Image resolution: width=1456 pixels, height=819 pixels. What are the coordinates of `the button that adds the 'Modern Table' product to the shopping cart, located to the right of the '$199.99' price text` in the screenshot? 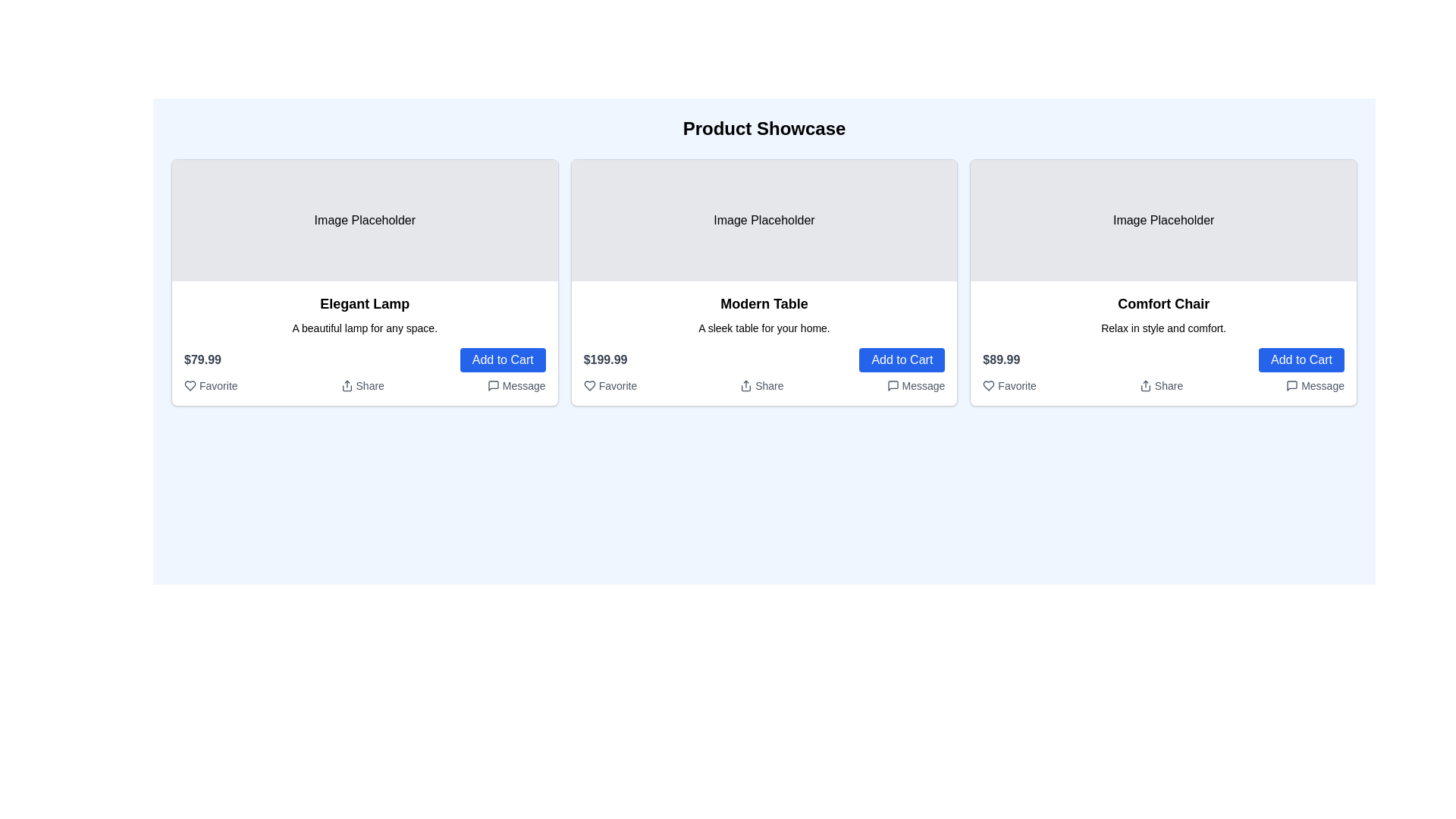 It's located at (902, 359).